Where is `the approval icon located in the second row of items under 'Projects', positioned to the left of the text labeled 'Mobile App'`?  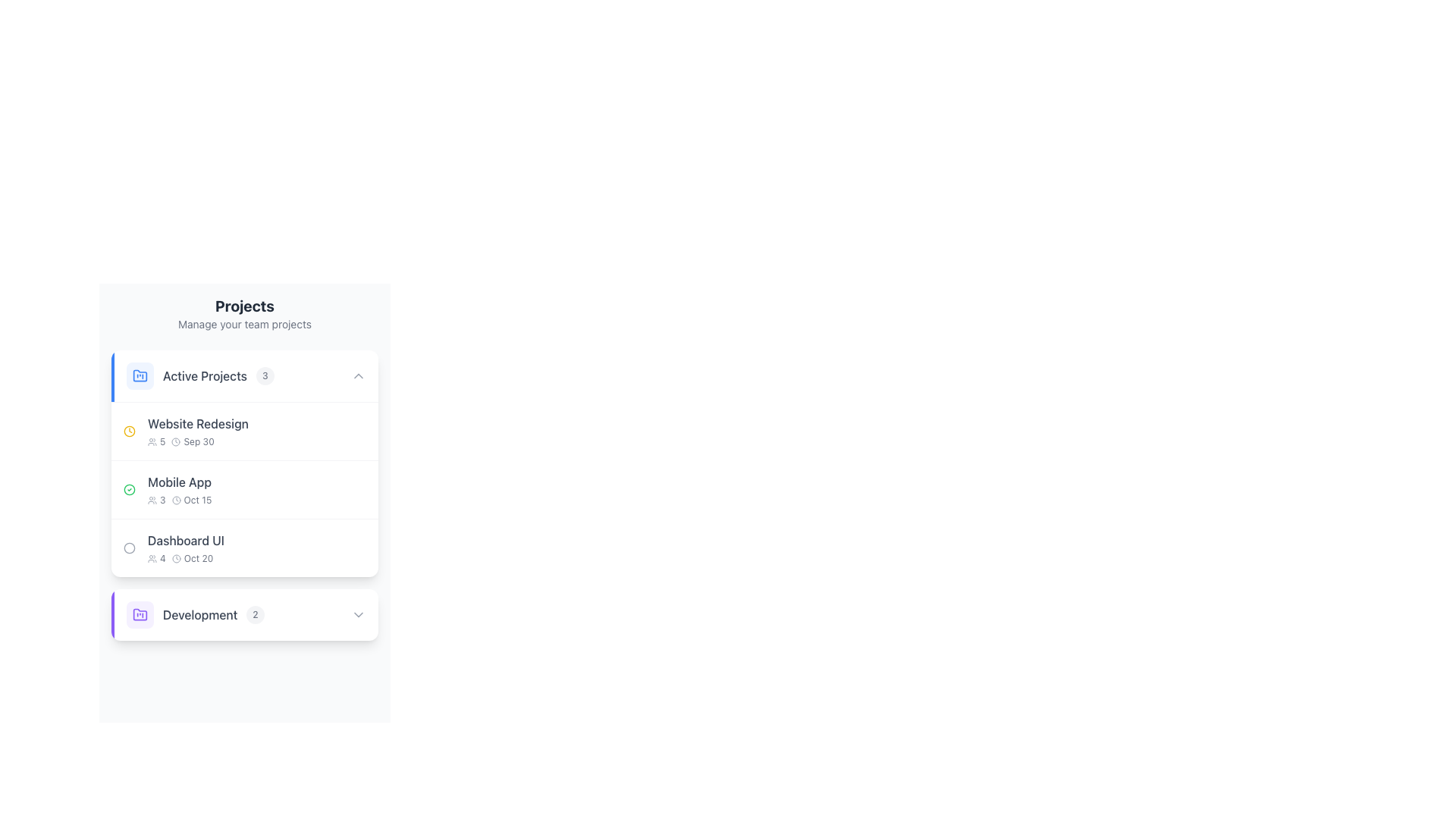 the approval icon located in the second row of items under 'Projects', positioned to the left of the text labeled 'Mobile App' is located at coordinates (130, 489).